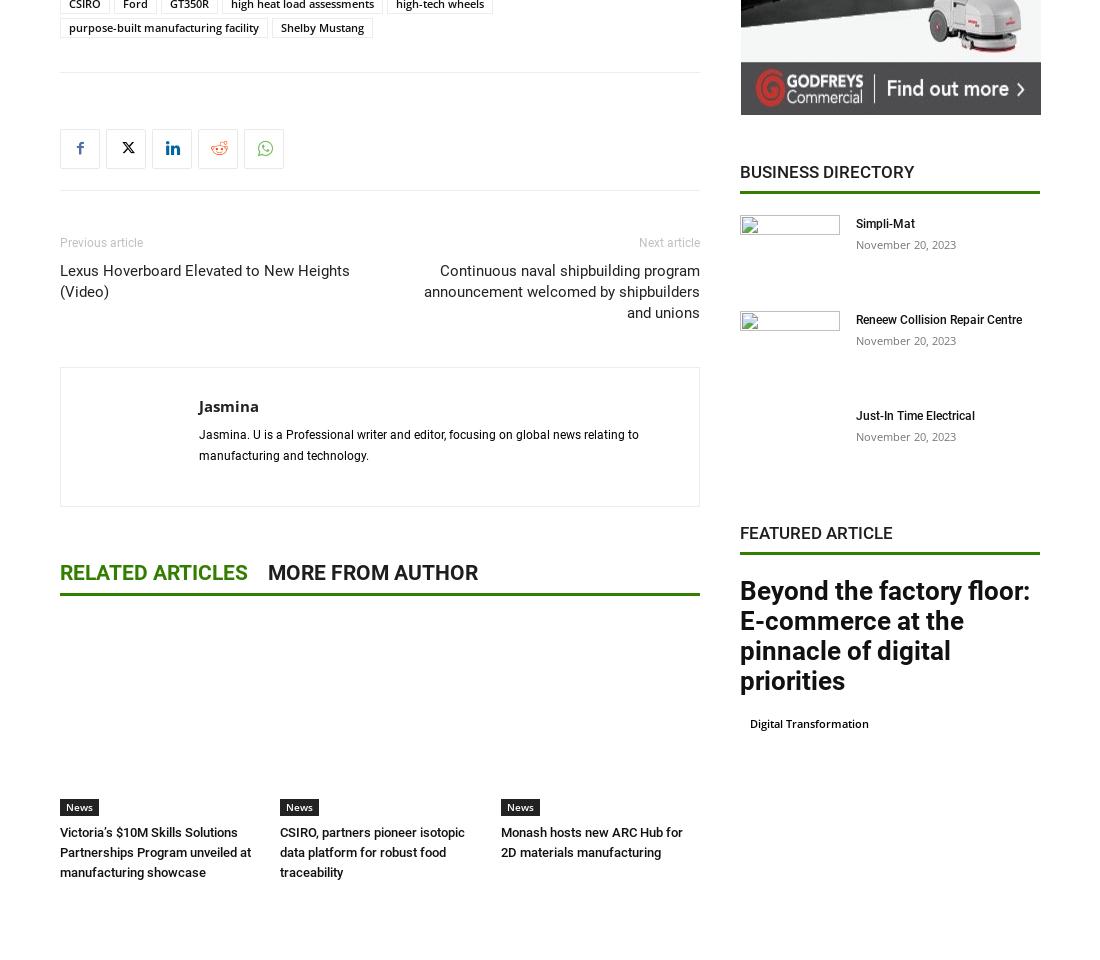  Describe the element at coordinates (499, 841) in the screenshot. I see `'Monash hosts new ARC Hub for 2D materials manufacturing'` at that location.